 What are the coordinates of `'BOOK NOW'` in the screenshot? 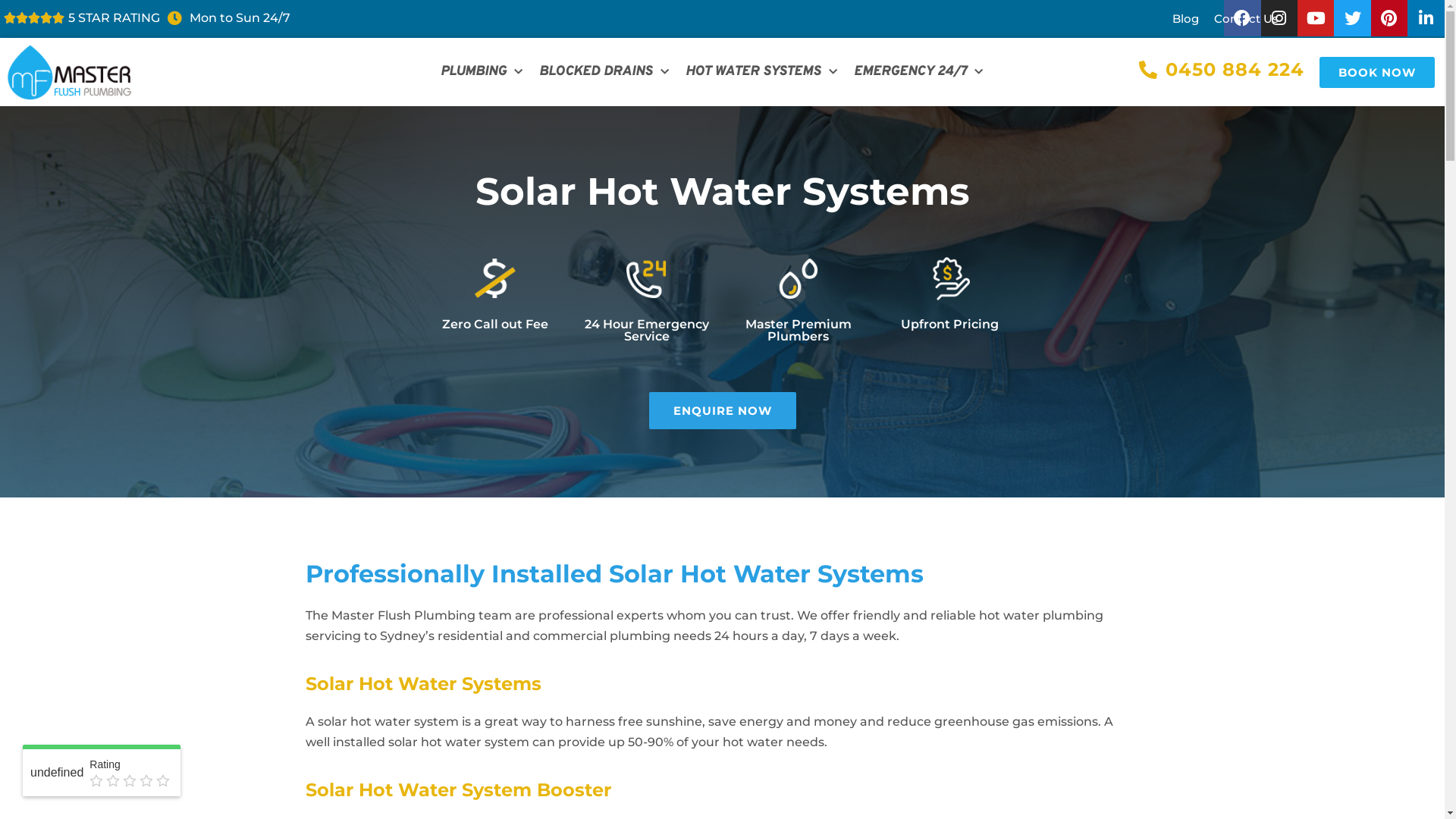 It's located at (1318, 71).